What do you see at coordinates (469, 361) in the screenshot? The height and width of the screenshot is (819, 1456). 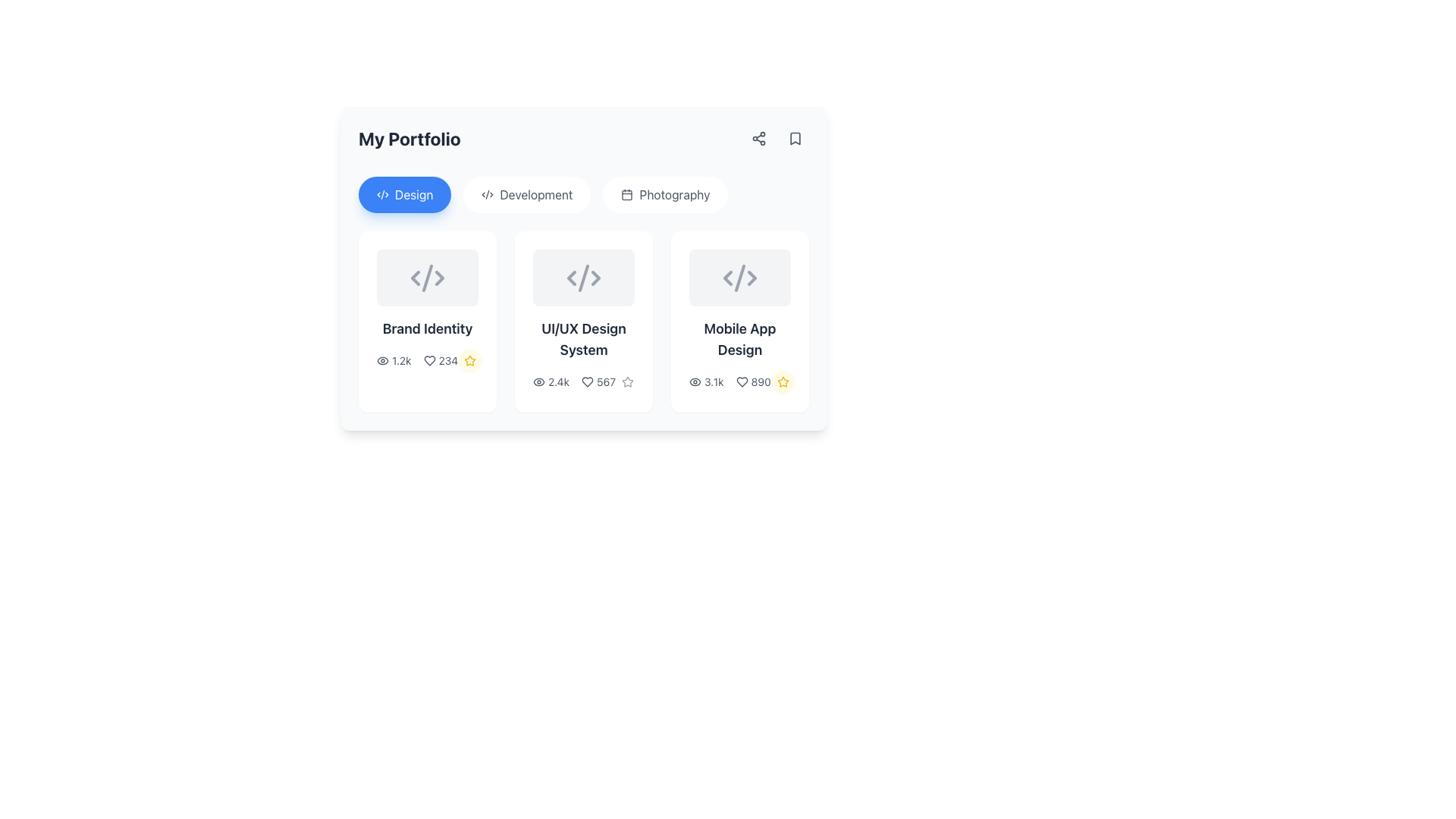 I see `the star-shaped icon with a yellow outline located in the circular button beneath the '234' likes count in the 'Brand Identity' card` at bounding box center [469, 361].